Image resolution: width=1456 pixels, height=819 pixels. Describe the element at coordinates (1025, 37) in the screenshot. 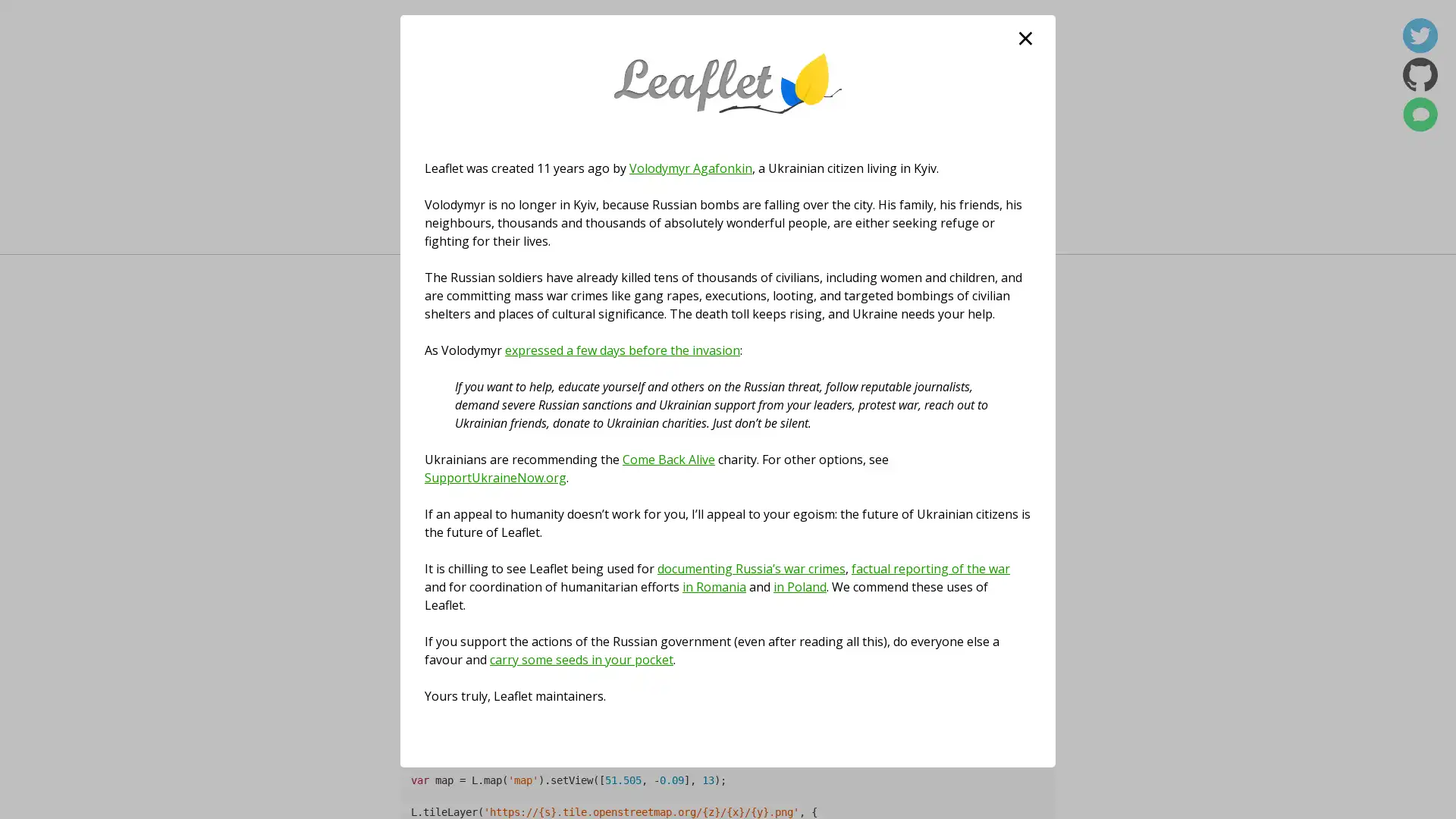

I see `close` at that location.